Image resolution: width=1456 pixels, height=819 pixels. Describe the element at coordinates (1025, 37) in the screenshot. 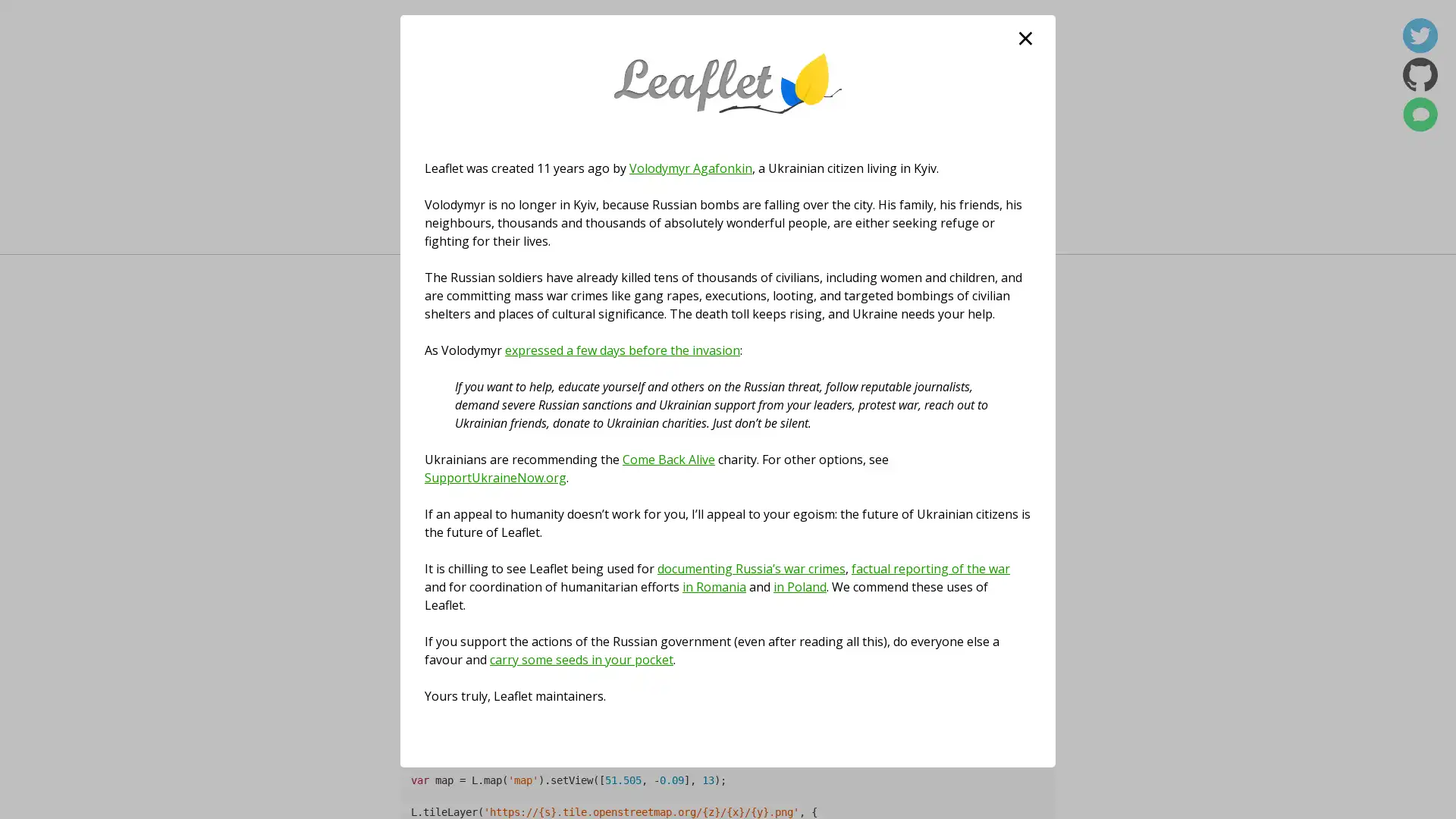

I see `close` at that location.